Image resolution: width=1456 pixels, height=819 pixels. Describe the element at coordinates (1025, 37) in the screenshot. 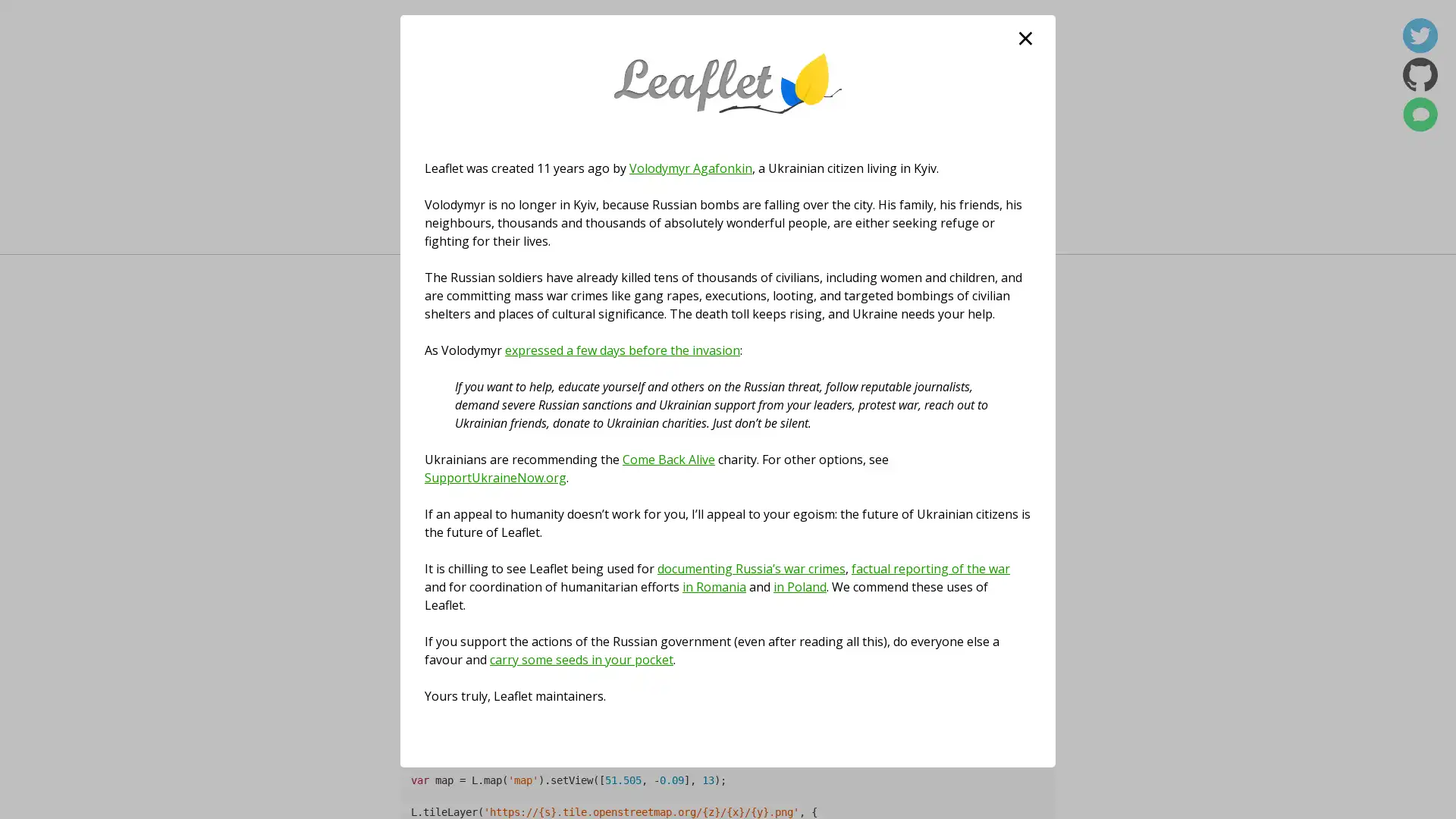

I see `close` at that location.